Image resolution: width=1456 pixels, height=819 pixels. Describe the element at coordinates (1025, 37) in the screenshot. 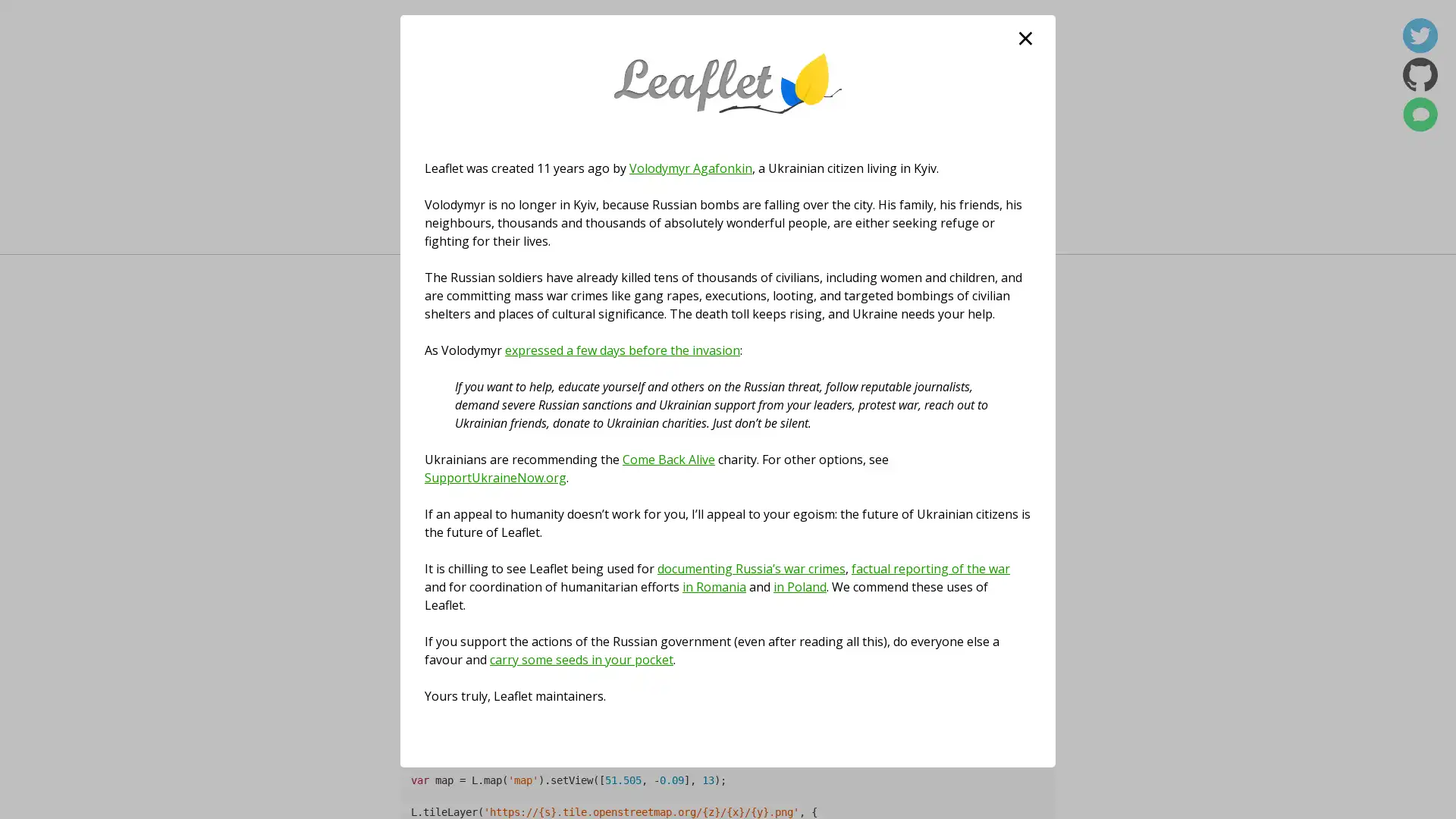

I see `close` at that location.